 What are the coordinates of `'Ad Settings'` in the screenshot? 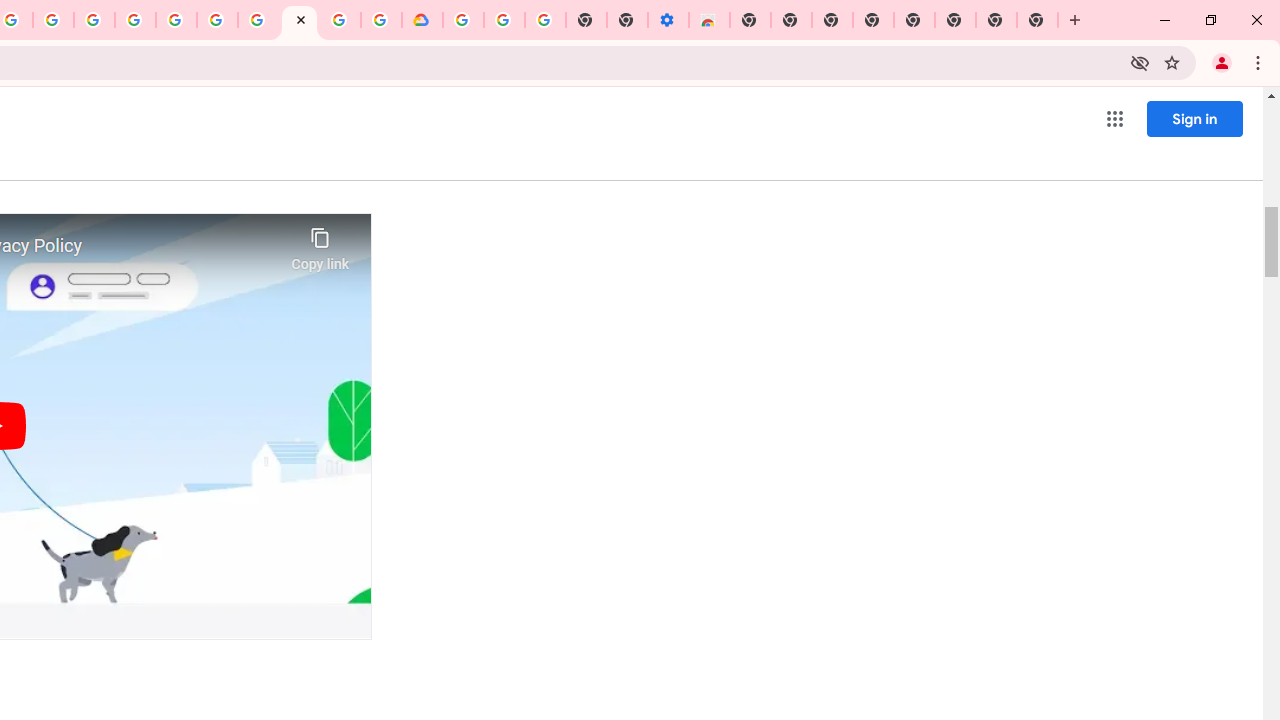 It's located at (134, 20).